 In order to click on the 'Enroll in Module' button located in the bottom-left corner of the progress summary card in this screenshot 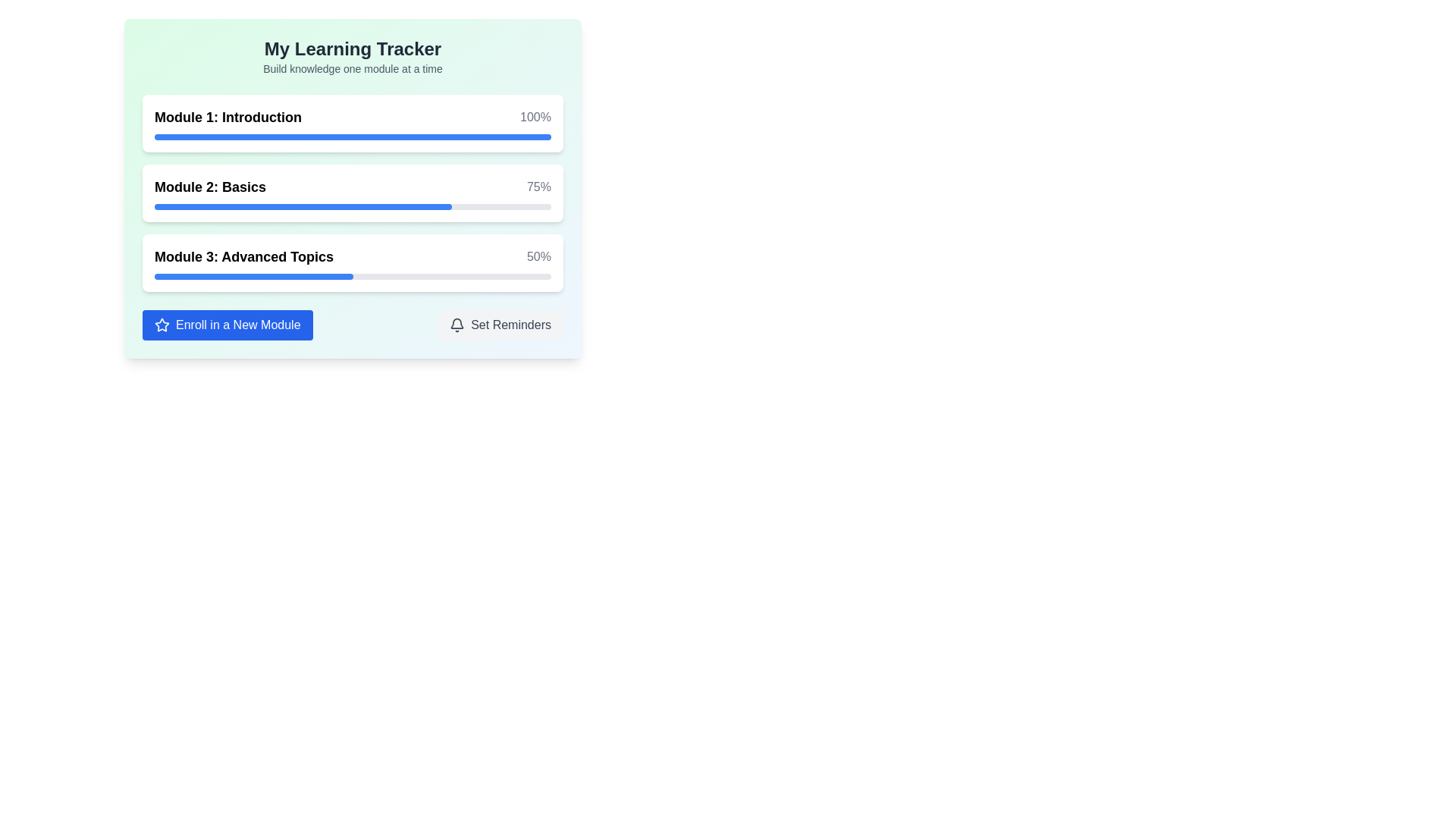, I will do `click(227, 324)`.